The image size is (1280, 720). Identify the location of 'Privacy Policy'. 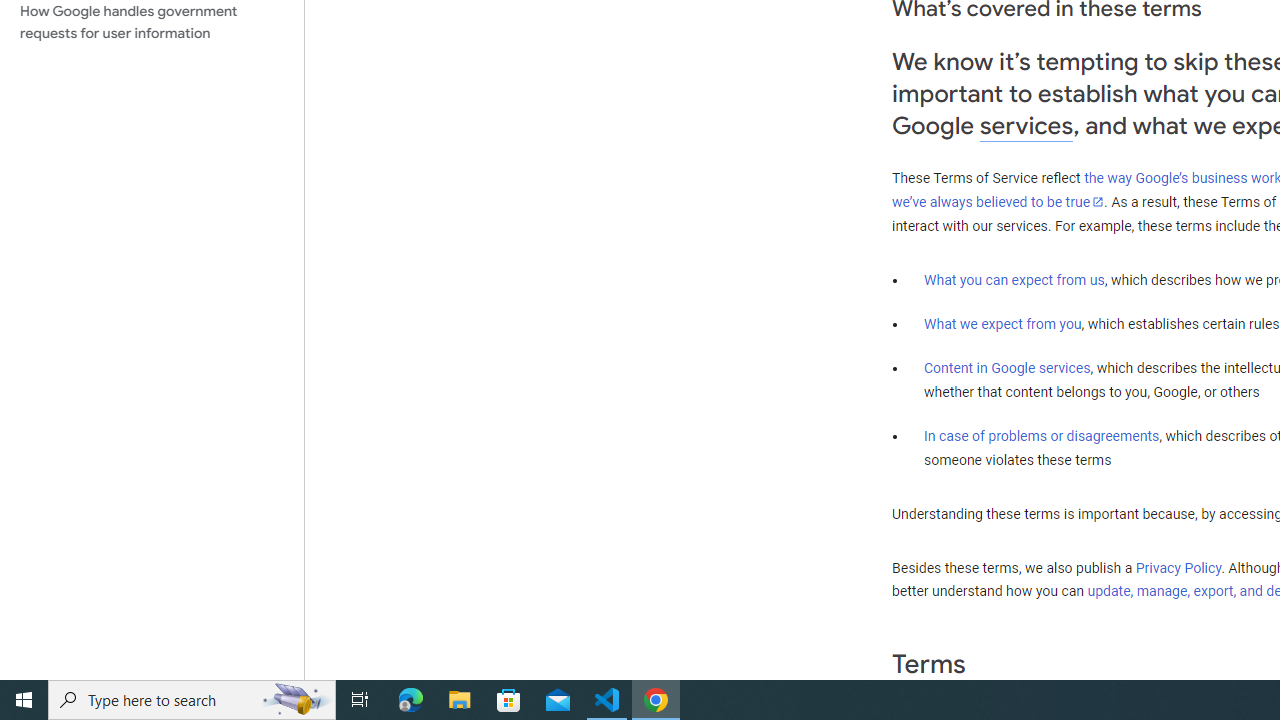
(1178, 567).